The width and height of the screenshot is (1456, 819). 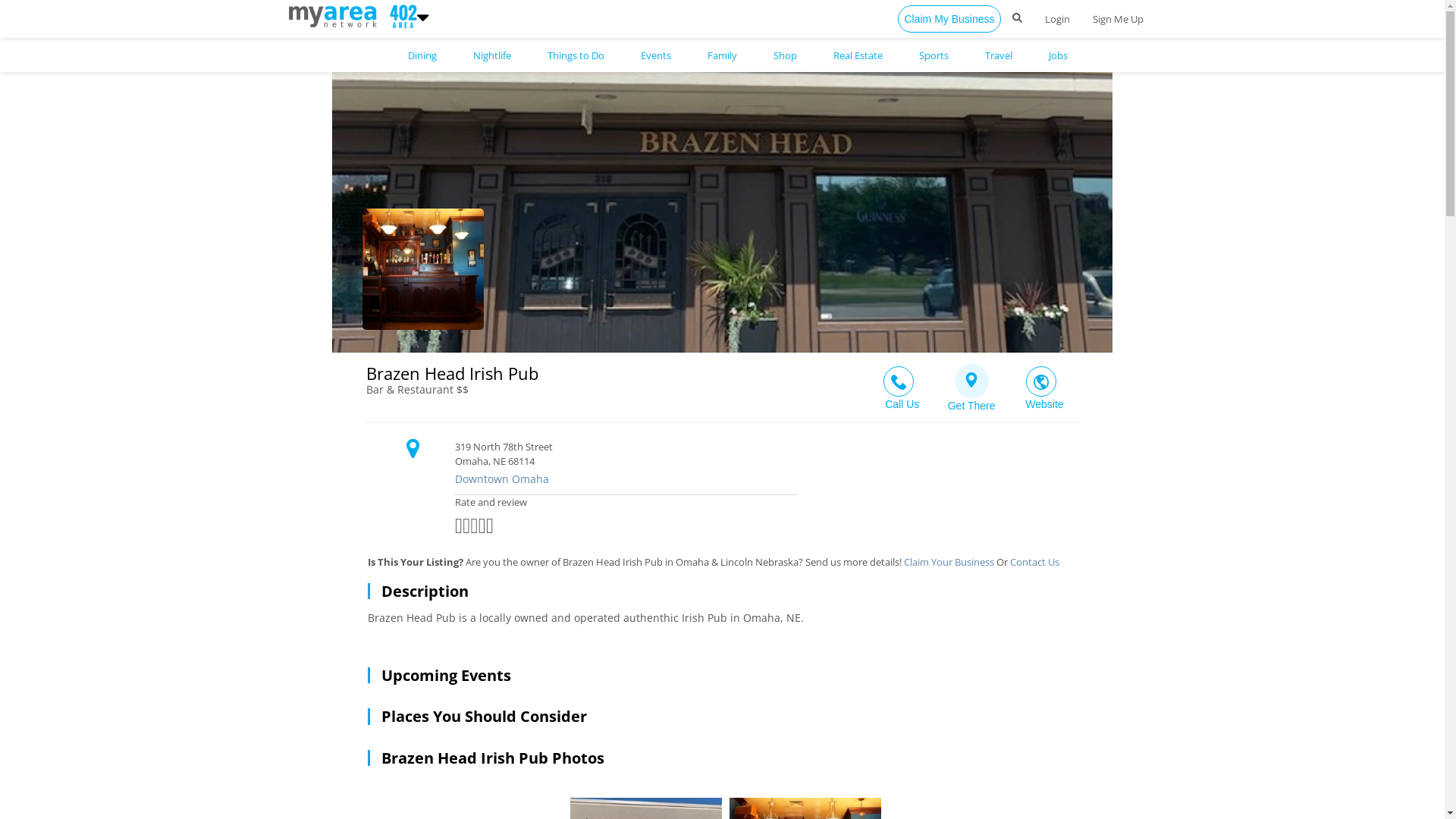 What do you see at coordinates (933, 55) in the screenshot?
I see `'Sports'` at bounding box center [933, 55].